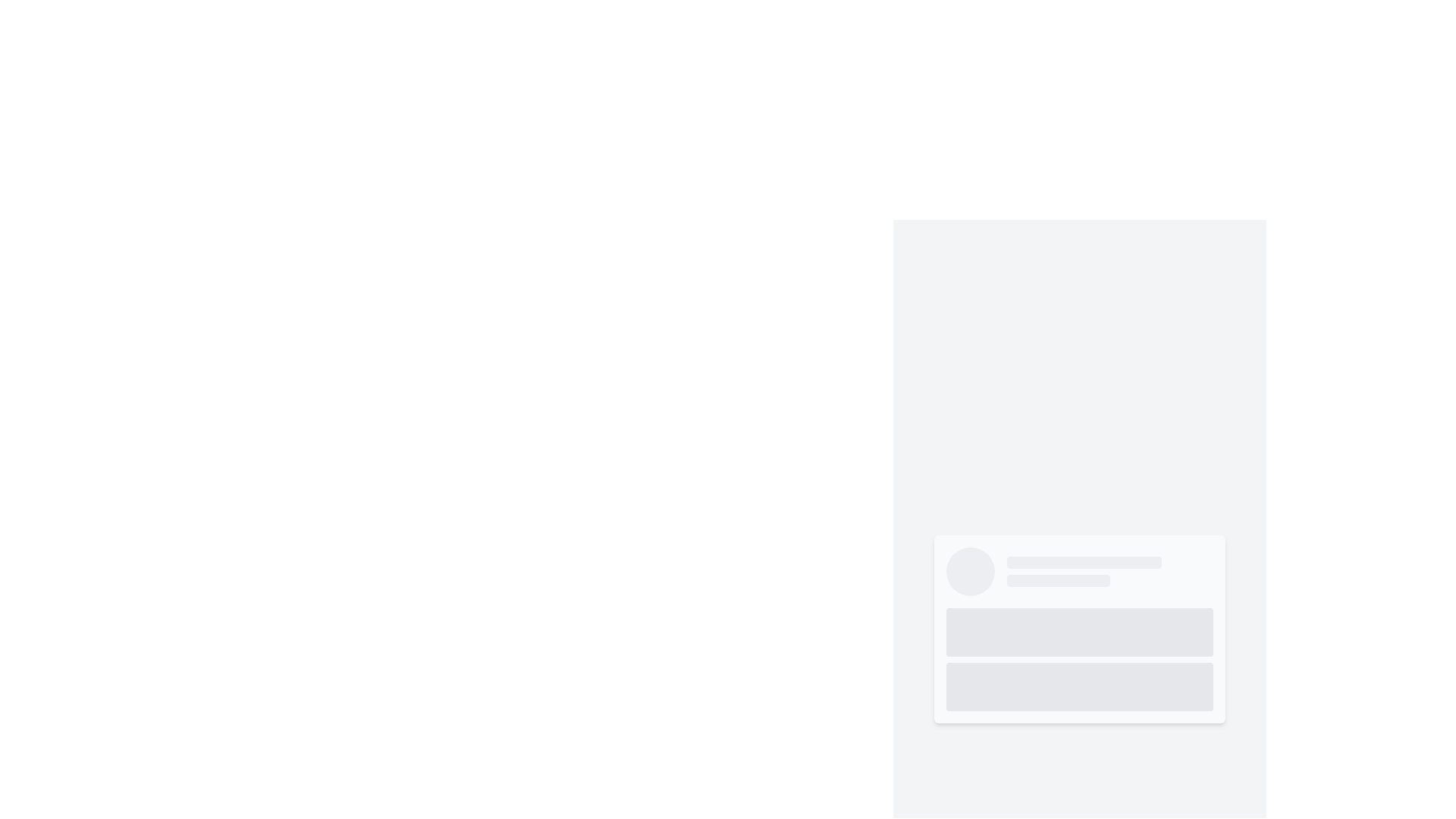 This screenshot has width=1456, height=819. Describe the element at coordinates (1079, 687) in the screenshot. I see `the second static box element in the vertical list, which serves a decorative purpose within the card layout` at that location.